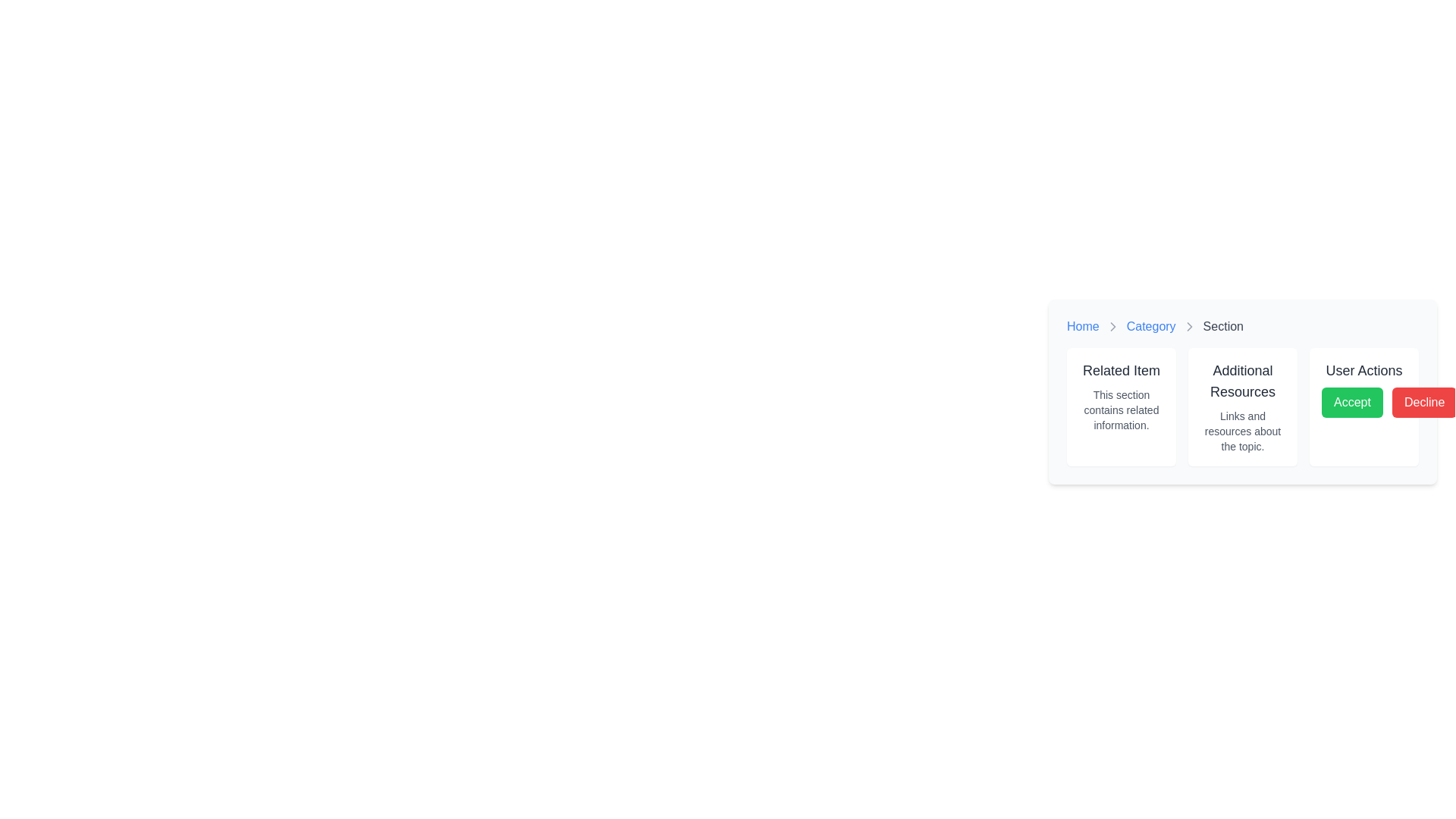  Describe the element at coordinates (1242, 406) in the screenshot. I see `the 'Additional Resources' Information Card, which is a rectangular card with a white background and rounded corners, located in the middle of a grid of three cards` at that location.